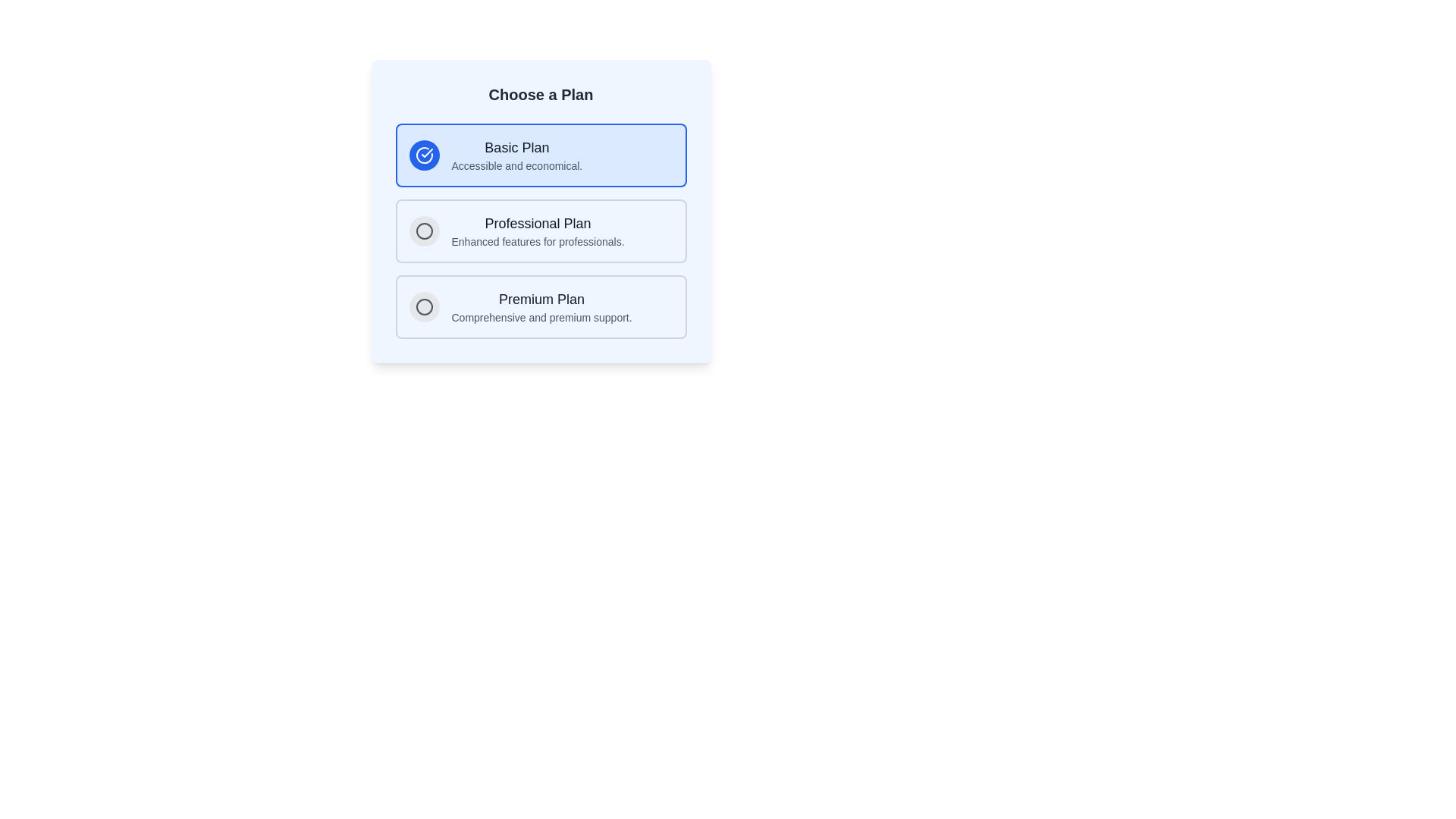 This screenshot has width=1456, height=819. I want to click on the area surrounding the 'Professional Plan' descriptive label to interact with related components, so click(538, 241).